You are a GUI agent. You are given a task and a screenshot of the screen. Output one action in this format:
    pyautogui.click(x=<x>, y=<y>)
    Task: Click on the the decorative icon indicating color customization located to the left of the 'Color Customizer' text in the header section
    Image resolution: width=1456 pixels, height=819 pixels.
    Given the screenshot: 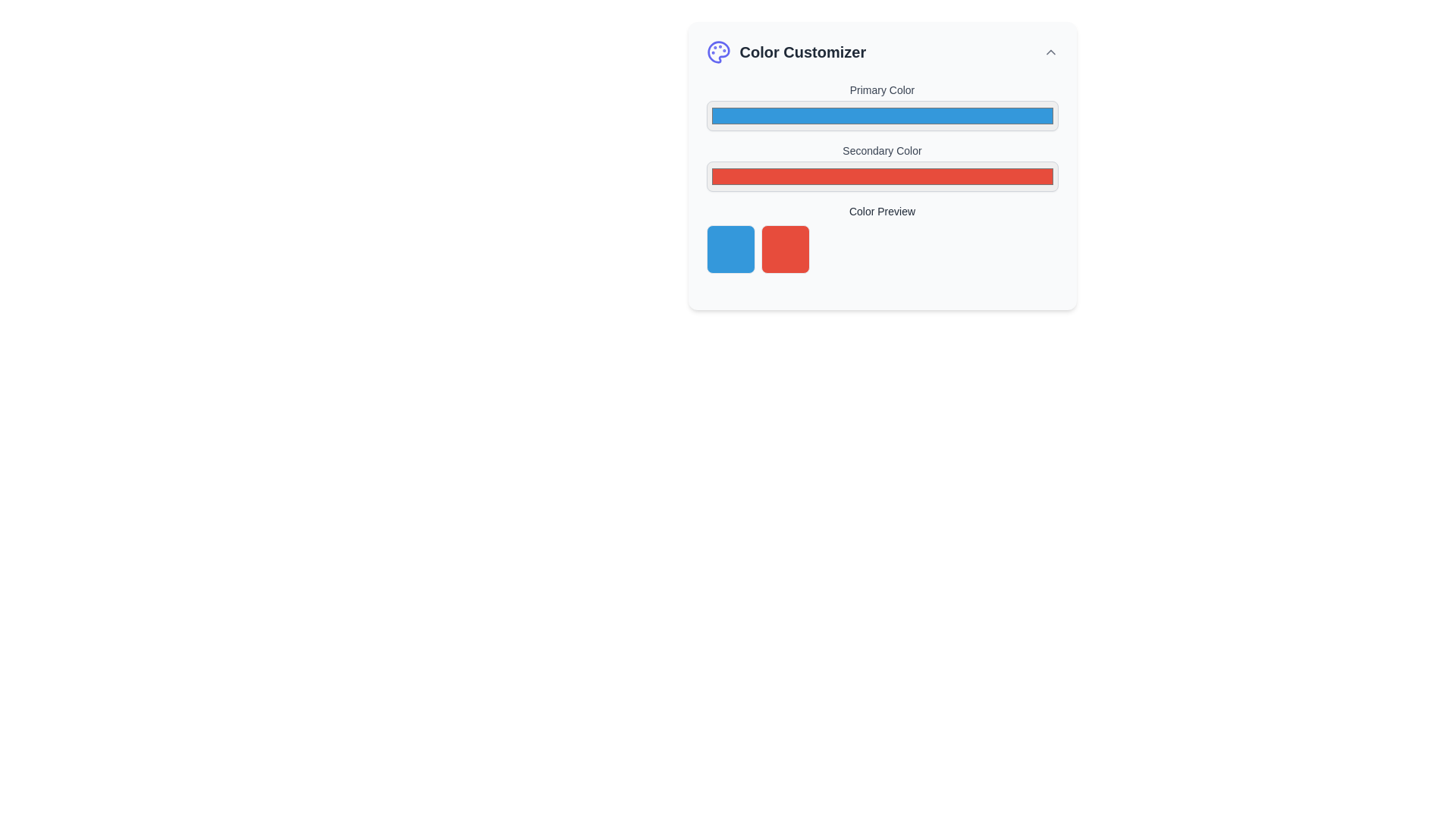 What is the action you would take?
    pyautogui.click(x=717, y=52)
    